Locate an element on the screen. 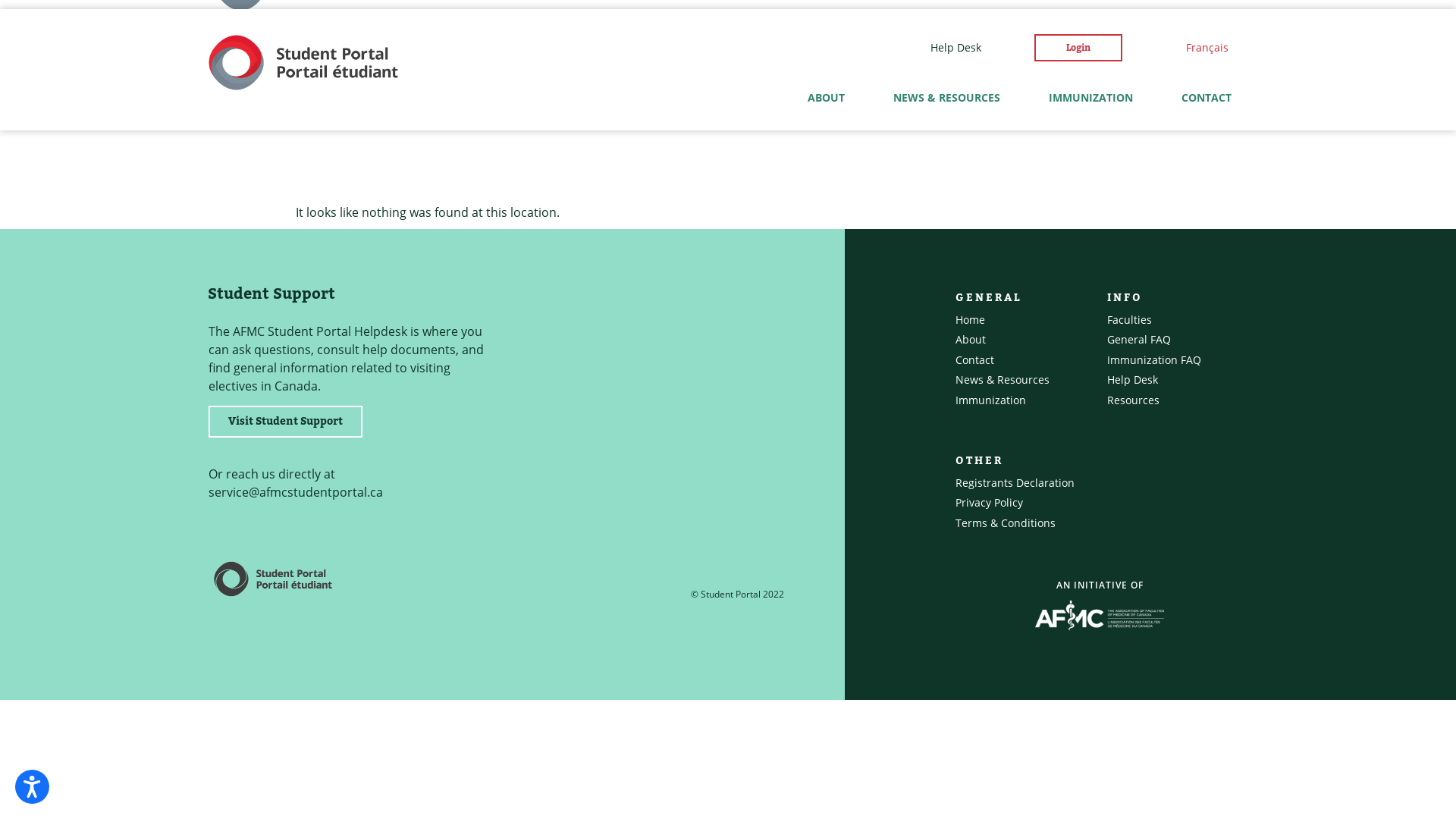  'CONTACT' is located at coordinates (1205, 97).